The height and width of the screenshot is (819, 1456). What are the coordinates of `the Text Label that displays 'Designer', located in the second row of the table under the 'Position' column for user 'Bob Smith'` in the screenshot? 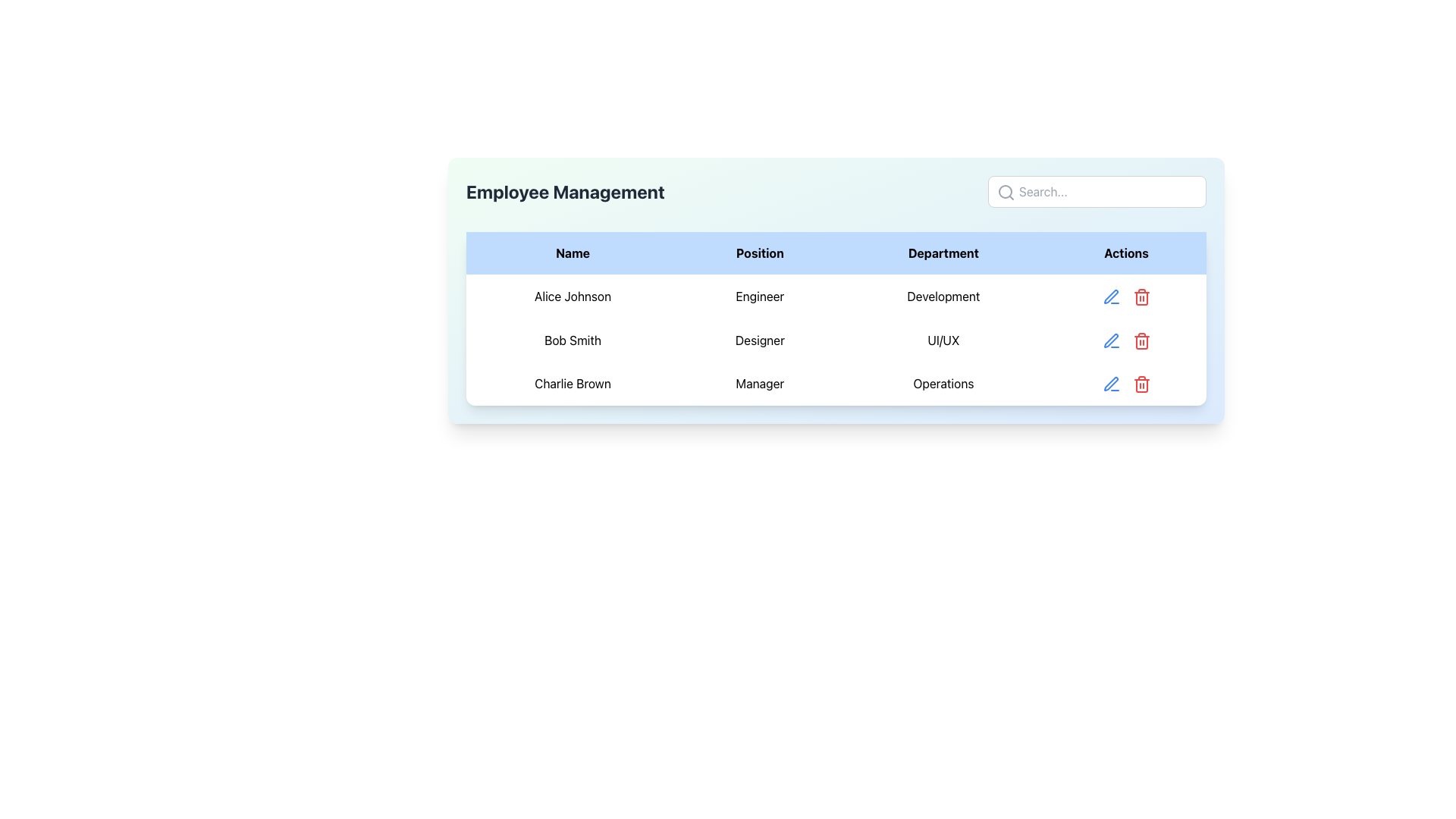 It's located at (760, 339).